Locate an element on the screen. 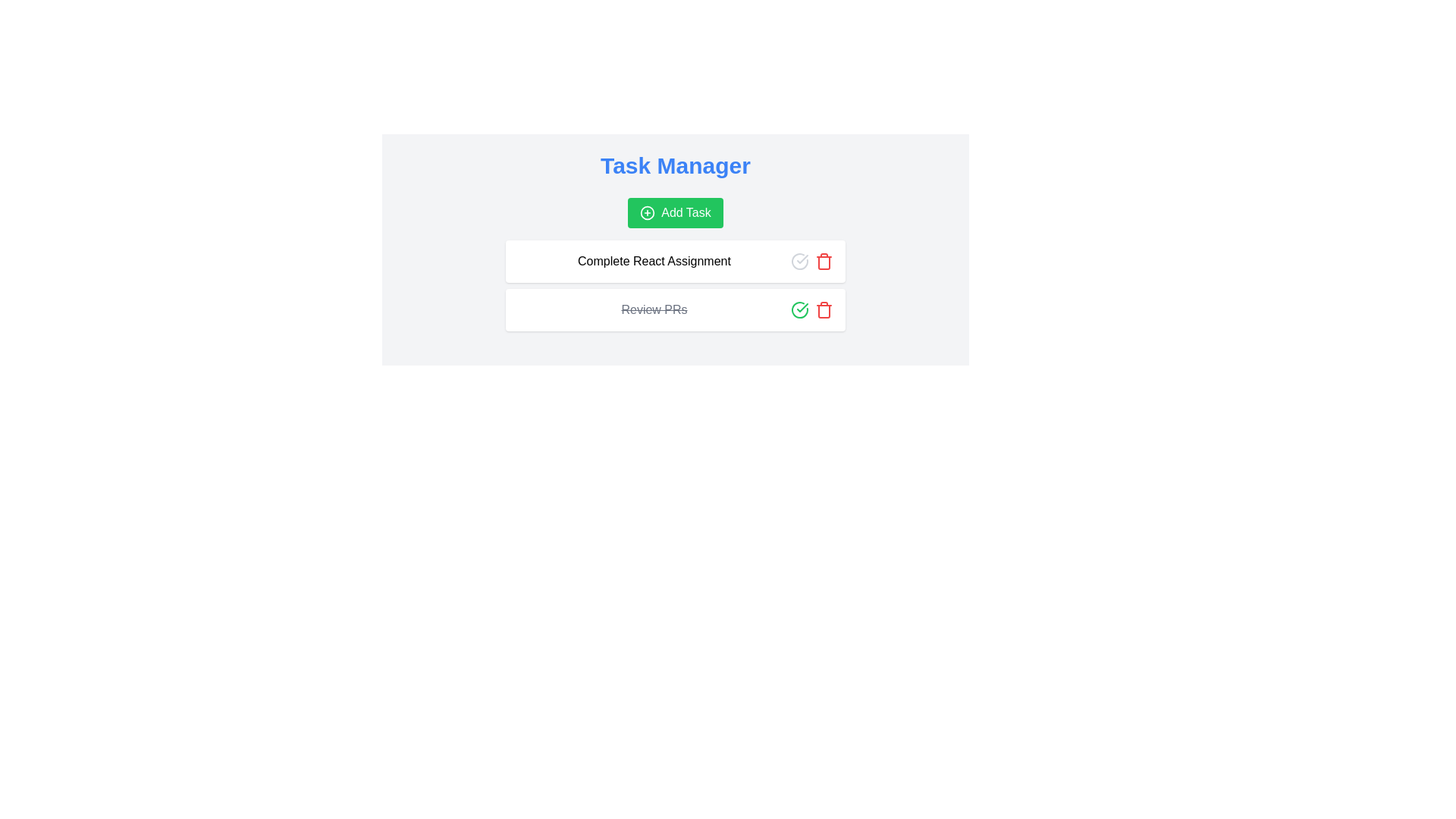  the delete button located in the lower section of the 'Task Manager' interface, specifically in the second row of tasks, adjacent to the text 'Review PRs' is located at coordinates (823, 260).